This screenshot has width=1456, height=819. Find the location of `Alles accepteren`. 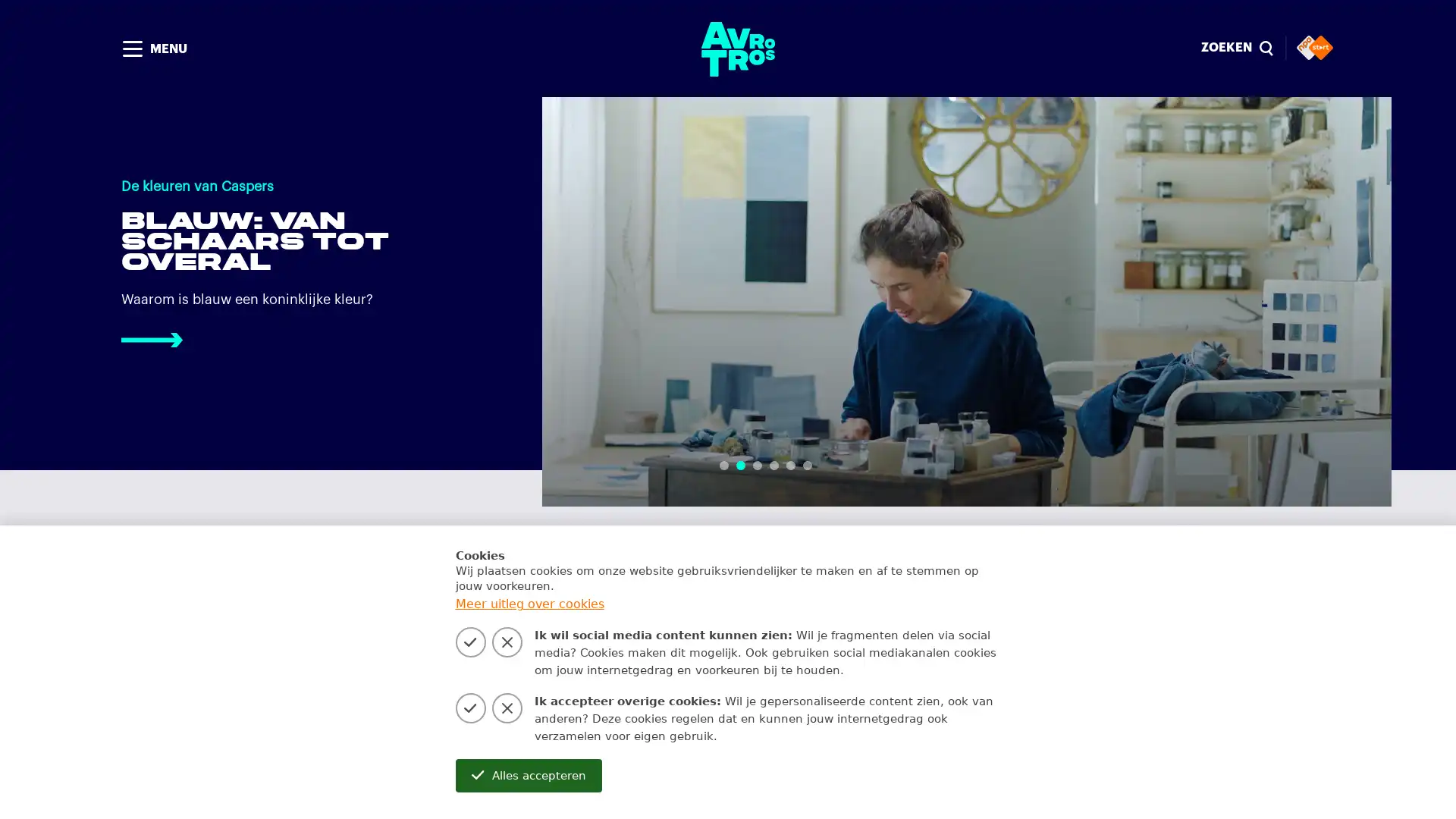

Alles accepteren is located at coordinates (528, 775).